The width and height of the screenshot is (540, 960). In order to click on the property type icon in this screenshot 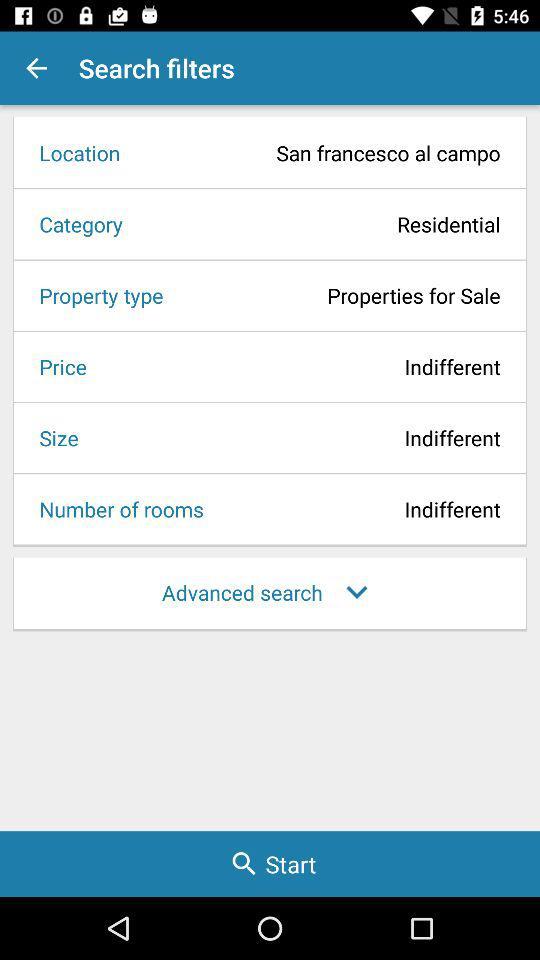, I will do `click(93, 294)`.